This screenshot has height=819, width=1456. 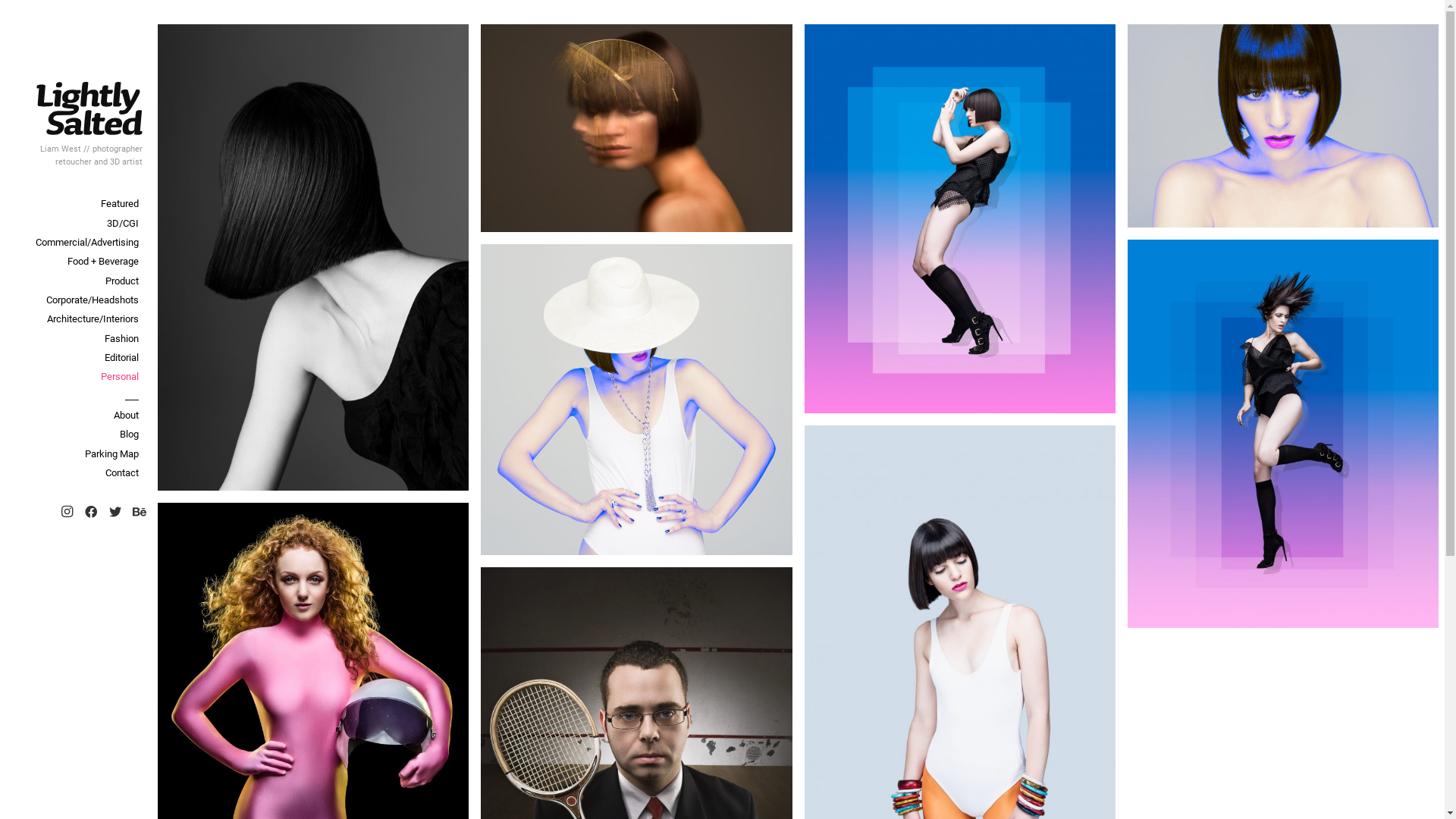 I want to click on 'Food + Beverage', so click(x=75, y=260).